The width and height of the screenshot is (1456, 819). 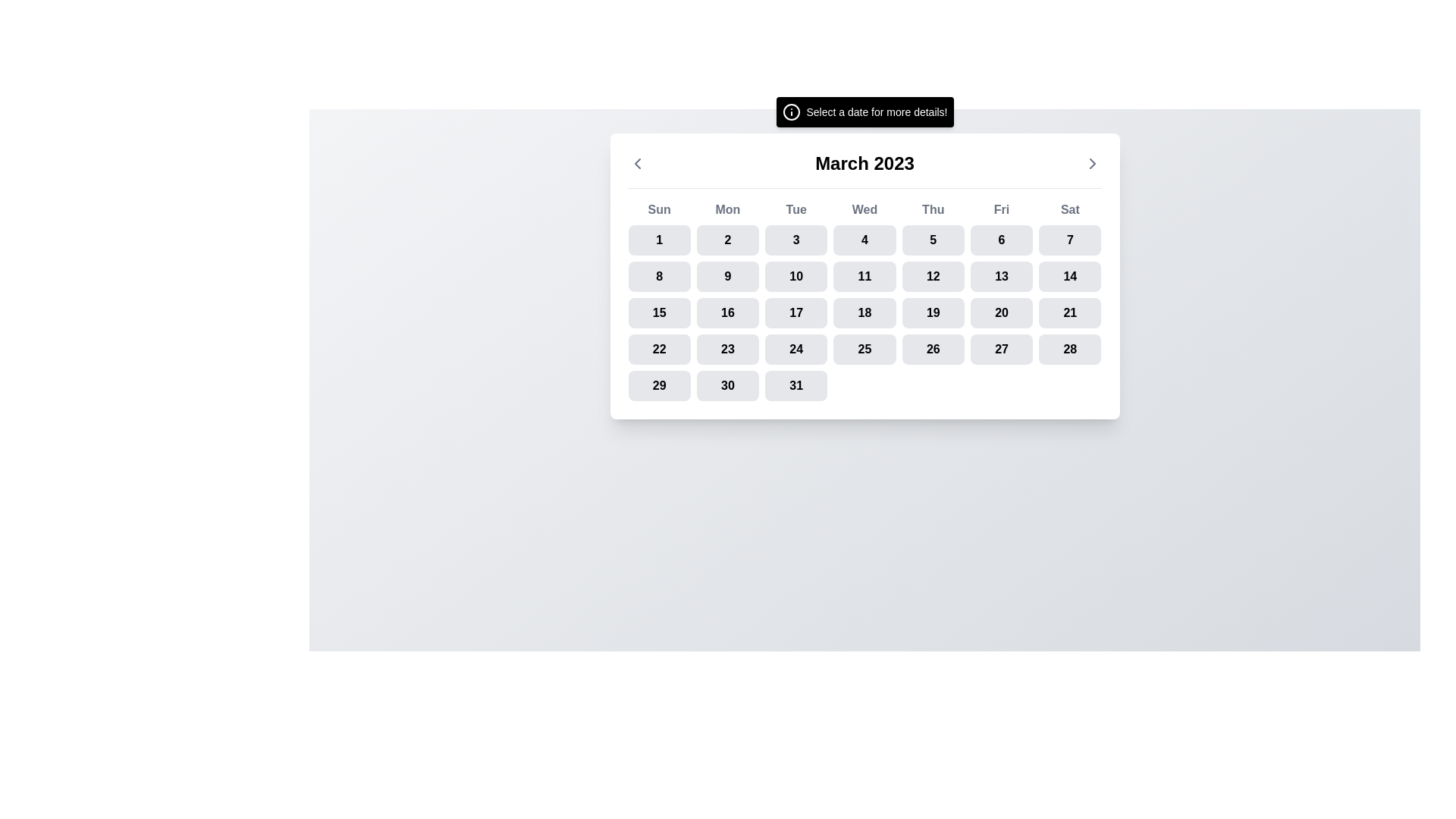 What do you see at coordinates (932, 277) in the screenshot?
I see `the square-shaped button labeled '12' with a light gray background and rounded corners to observe the hover effect` at bounding box center [932, 277].